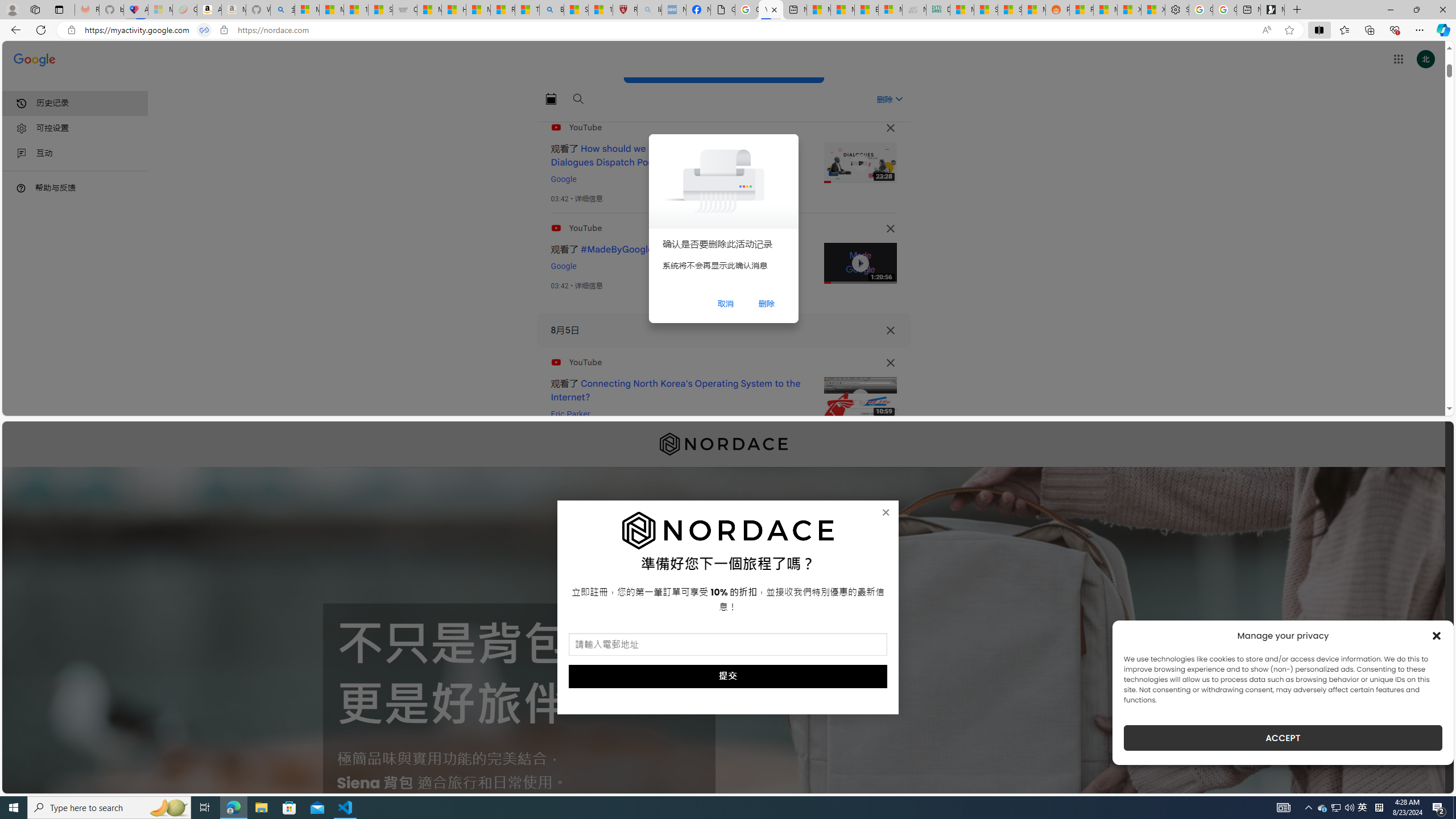  What do you see at coordinates (21, 153) in the screenshot?
I see `'Class: i2GIId'` at bounding box center [21, 153].